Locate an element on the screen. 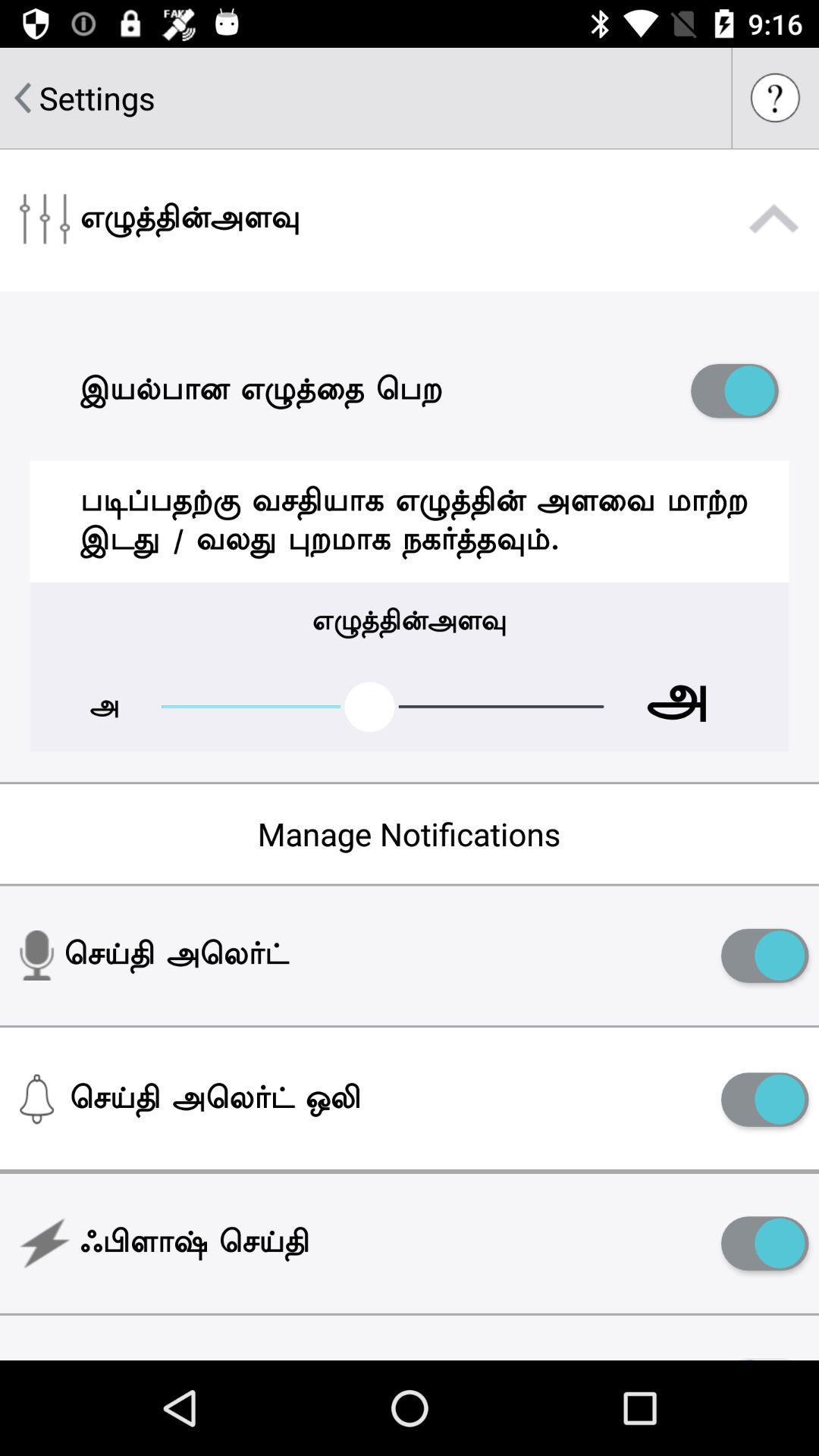 The height and width of the screenshot is (1456, 819). notifications option is located at coordinates (764, 1100).